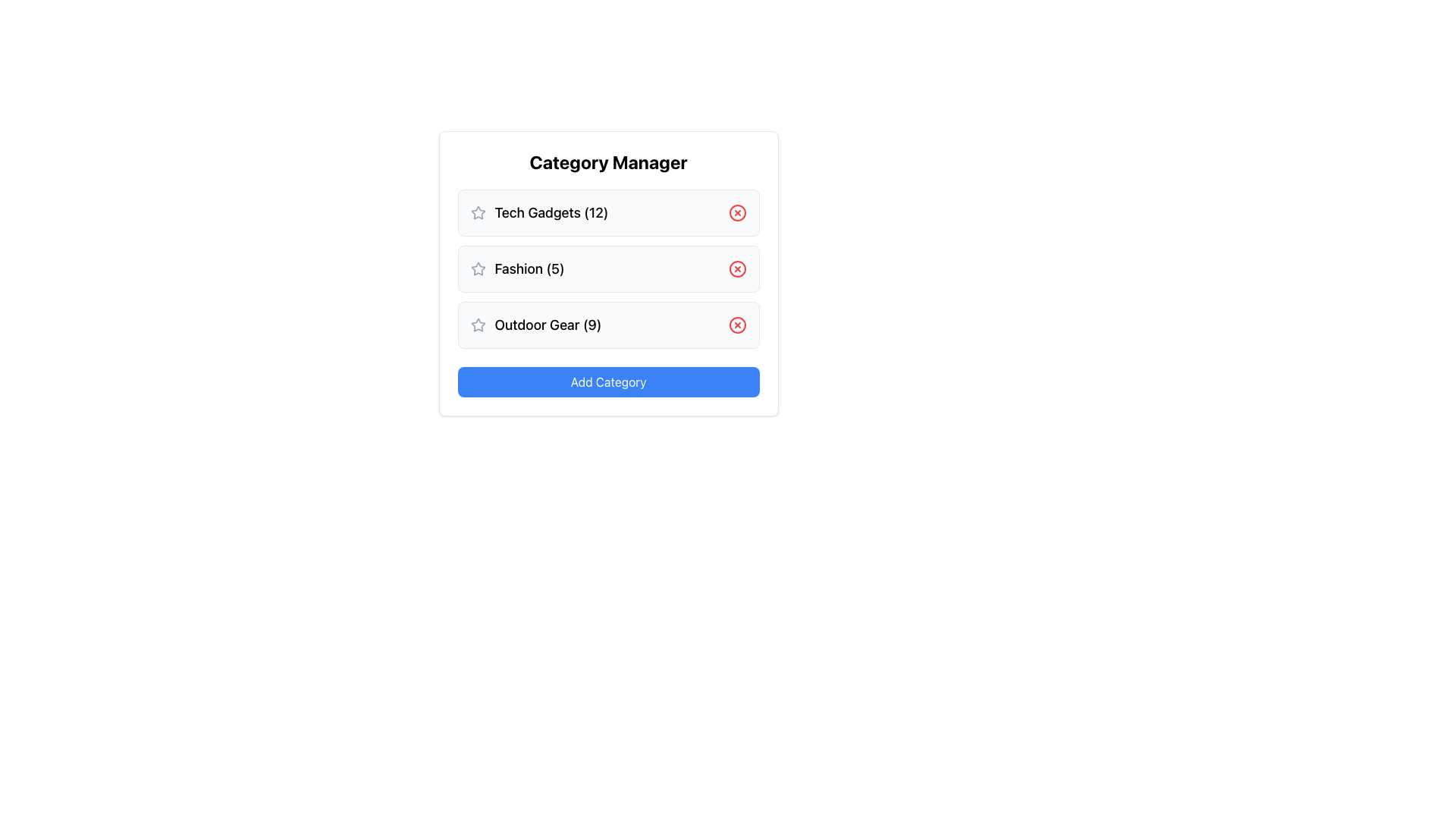  Describe the element at coordinates (737, 324) in the screenshot. I see `the circular graphical element representing deletion, which is part of a delete icon located at the rightmost position of the third item in a vertical list of categories` at that location.